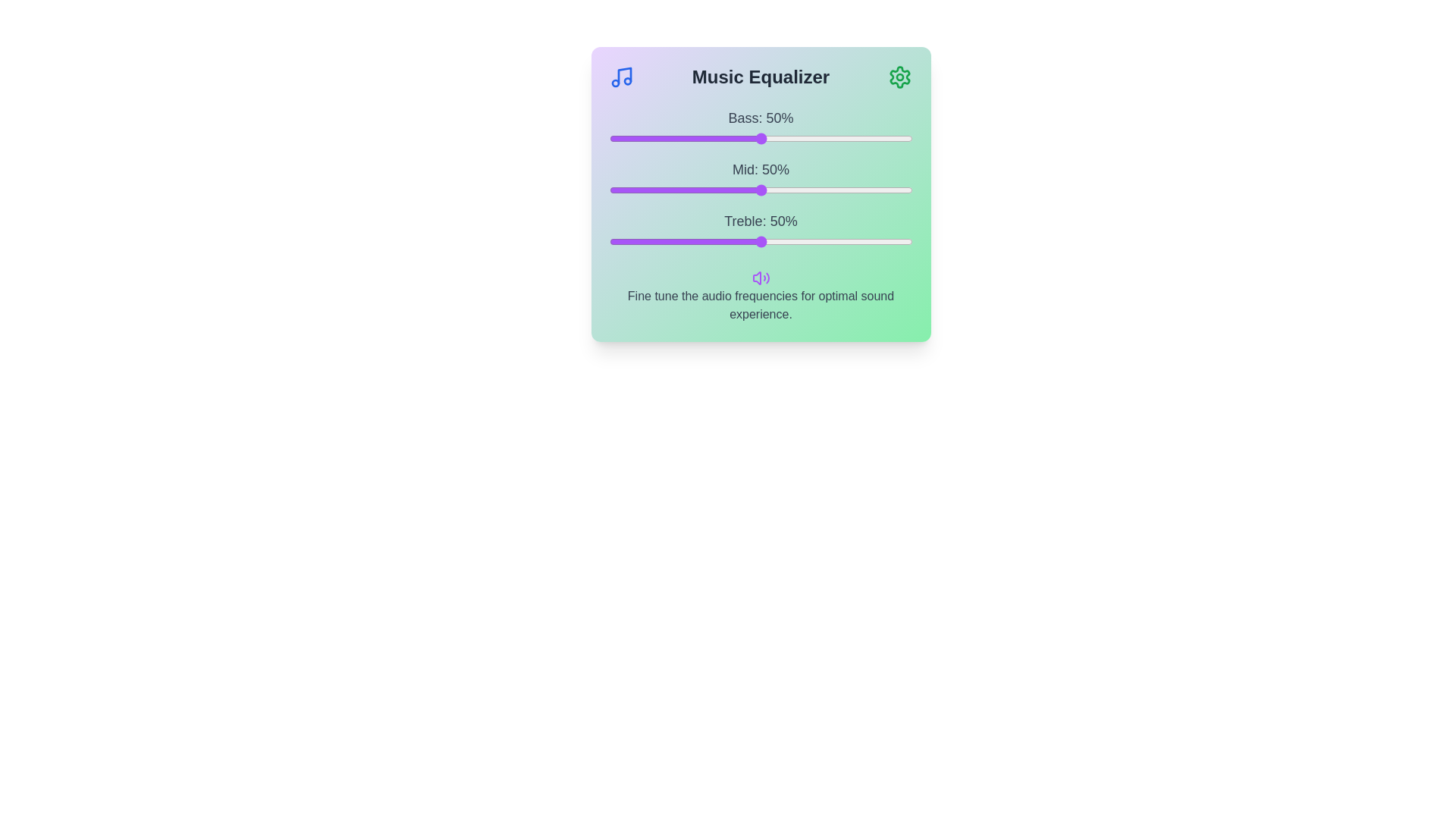 This screenshot has height=819, width=1456. What do you see at coordinates (861, 241) in the screenshot?
I see `the treble slider to 83%` at bounding box center [861, 241].